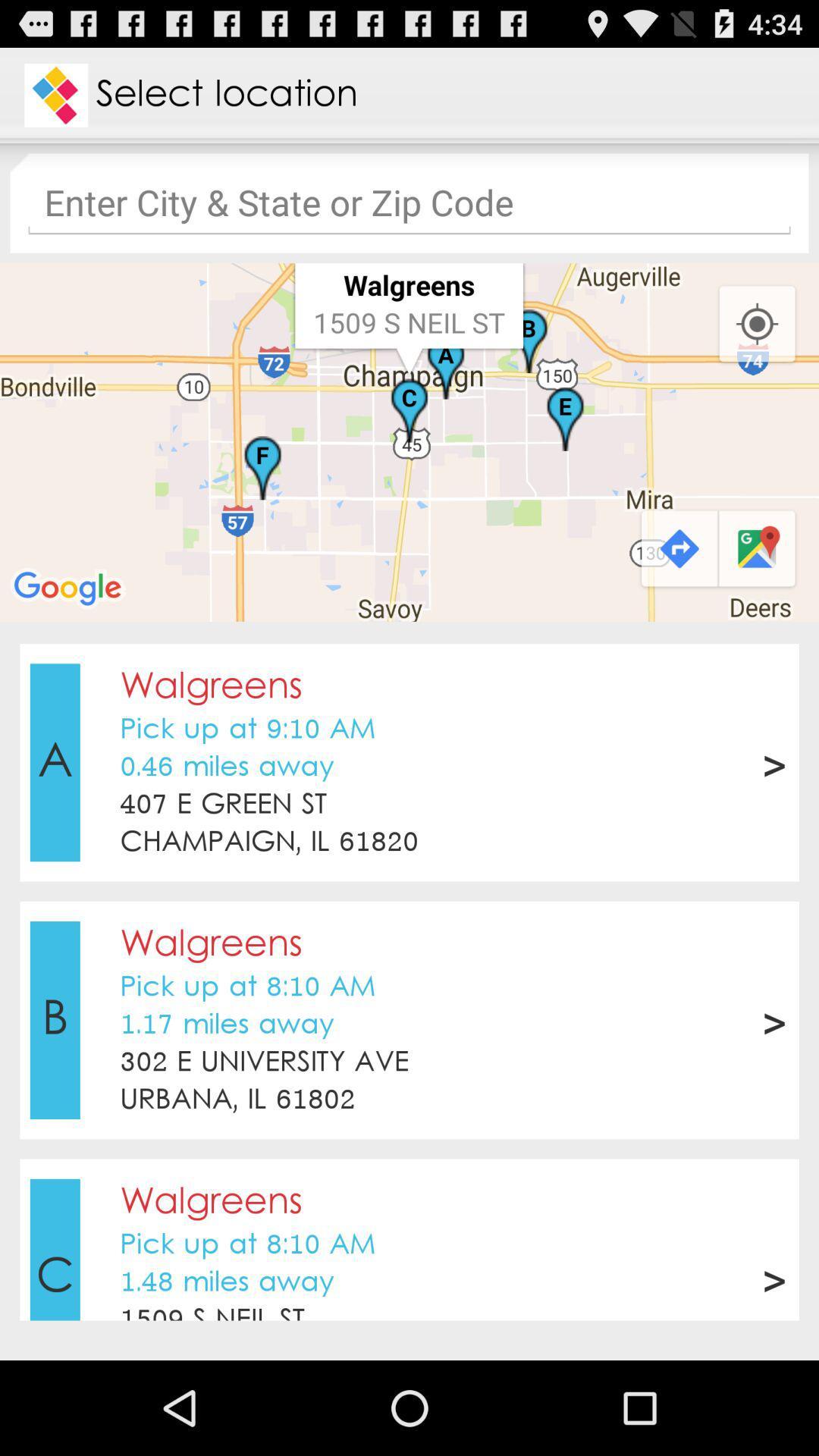 This screenshot has width=819, height=1456. What do you see at coordinates (409, 871) in the screenshot?
I see `the item above walgreens icon` at bounding box center [409, 871].